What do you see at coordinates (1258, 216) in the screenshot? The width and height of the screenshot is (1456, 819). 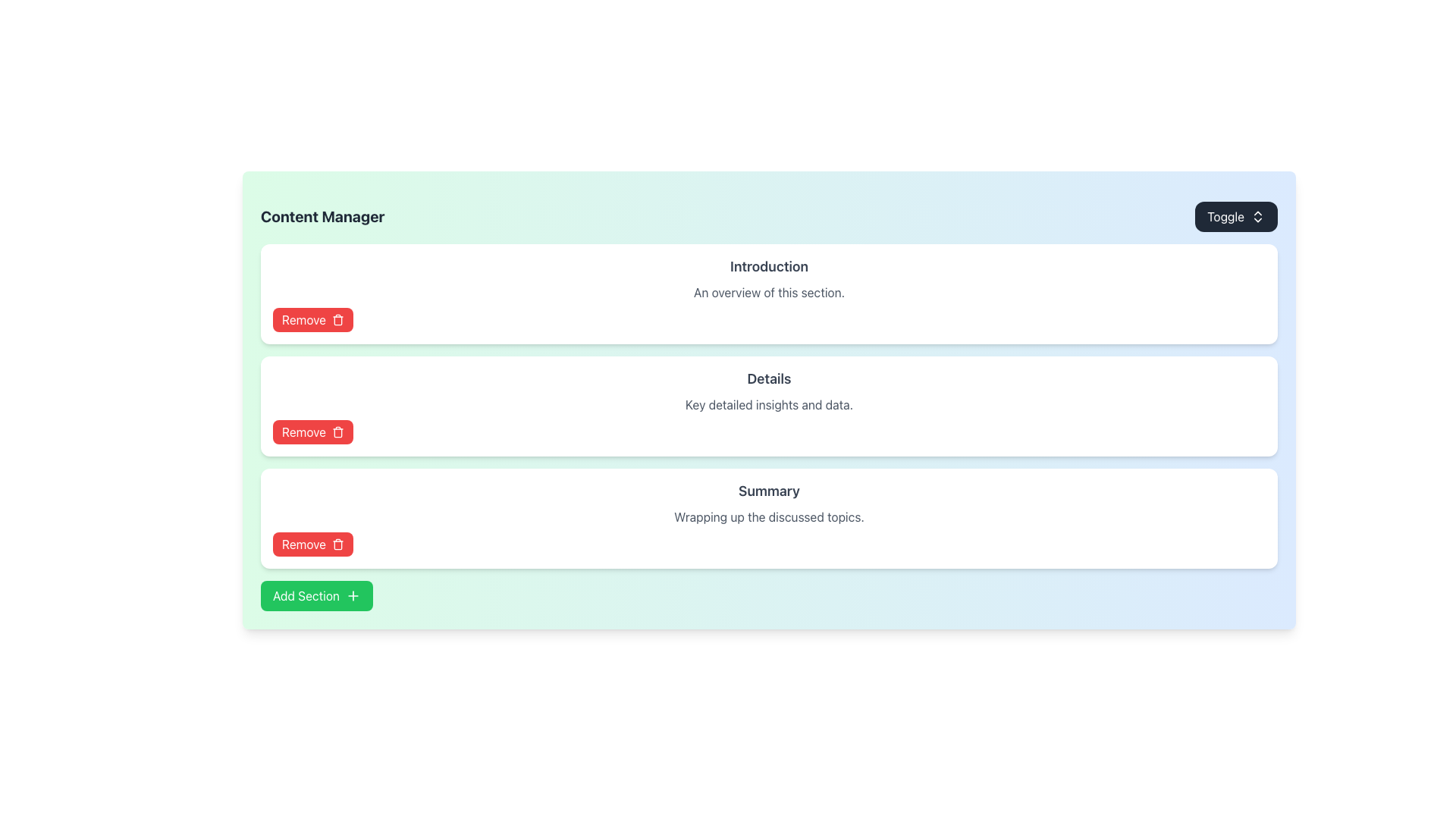 I see `the SVG Icon located within the 'Toggle' button at the top-right corner of the interface, which indicates a toggle or switching functionality` at bounding box center [1258, 216].